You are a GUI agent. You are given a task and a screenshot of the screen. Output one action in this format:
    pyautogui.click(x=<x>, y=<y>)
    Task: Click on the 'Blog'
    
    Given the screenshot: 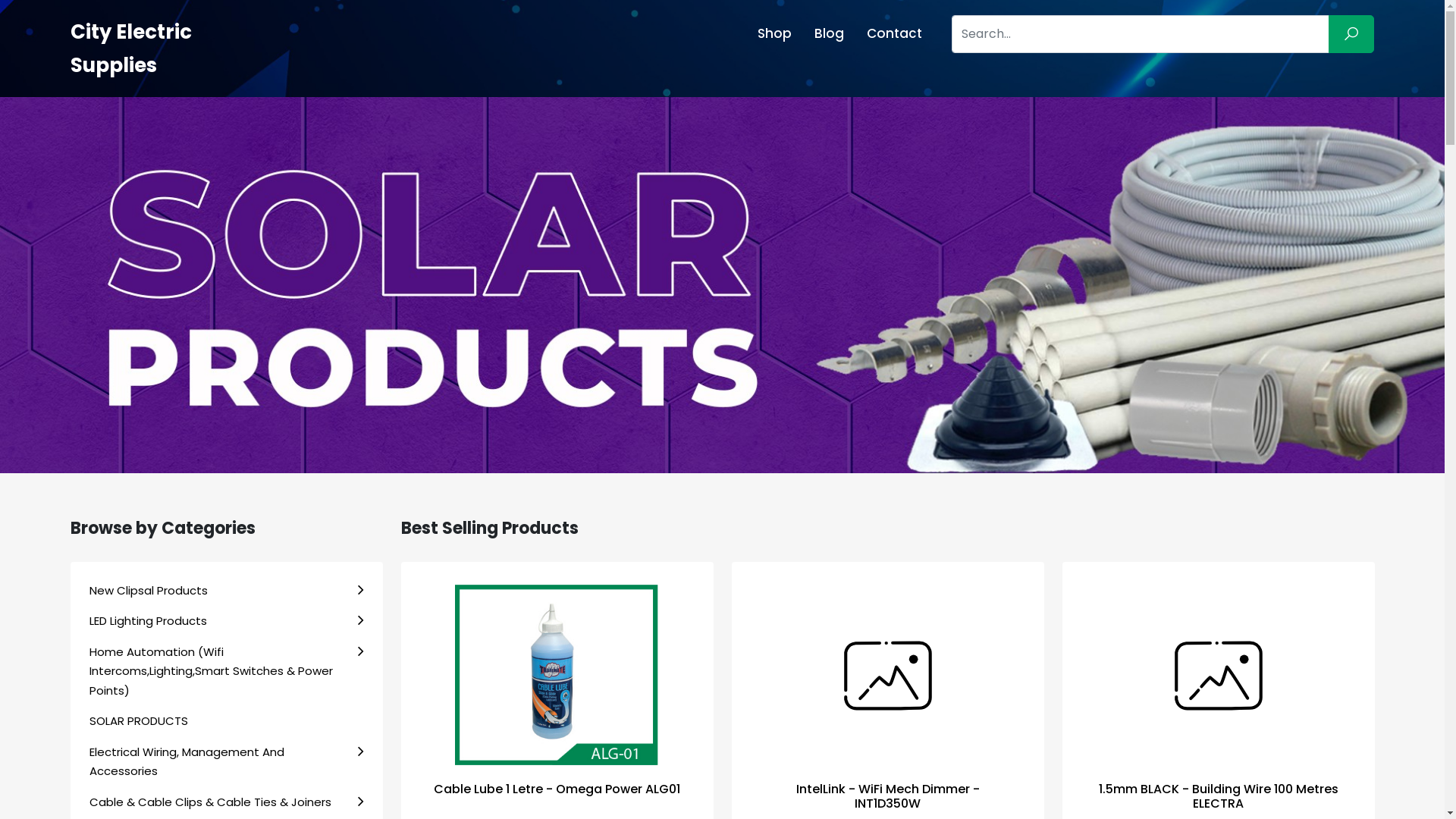 What is the action you would take?
    pyautogui.click(x=828, y=33)
    